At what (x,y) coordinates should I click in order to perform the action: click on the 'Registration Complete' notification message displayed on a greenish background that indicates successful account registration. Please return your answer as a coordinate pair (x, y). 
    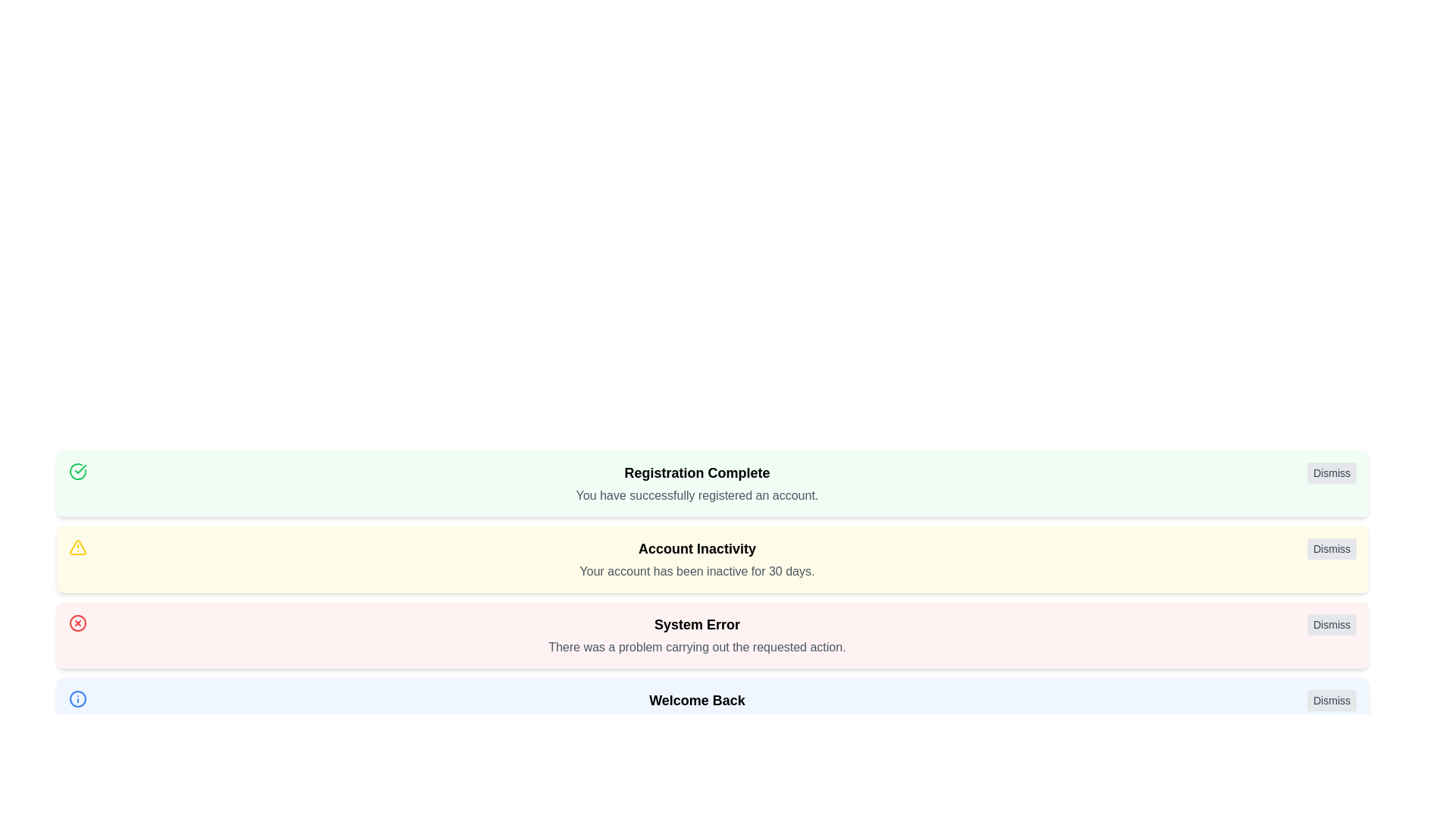
    Looking at the image, I should click on (696, 483).